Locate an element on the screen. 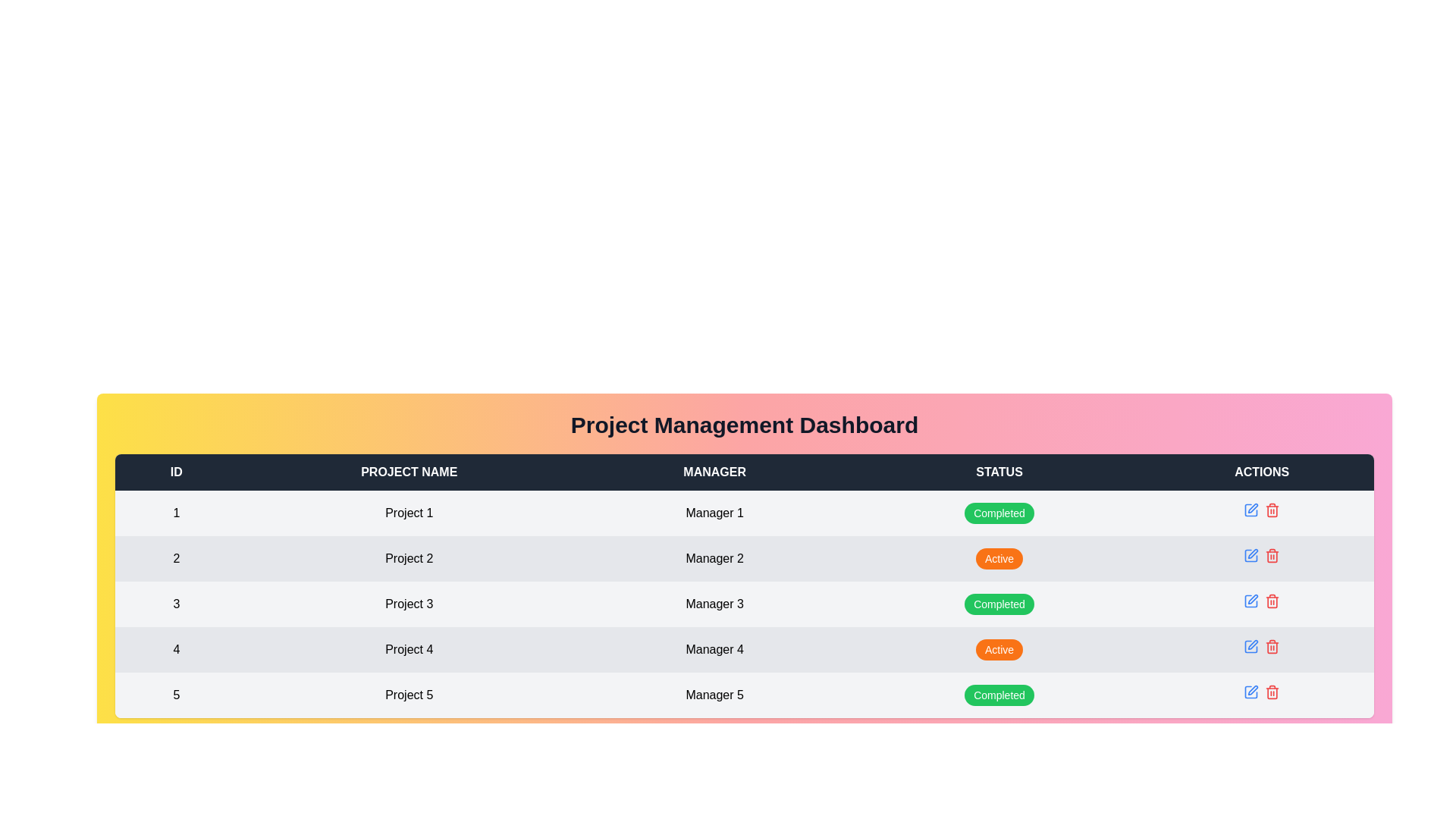 The image size is (1456, 819). the edit icon located in the fourth row of the 'Actions' column corresponding to 'Project 4' to initiate editing is located at coordinates (1251, 646).